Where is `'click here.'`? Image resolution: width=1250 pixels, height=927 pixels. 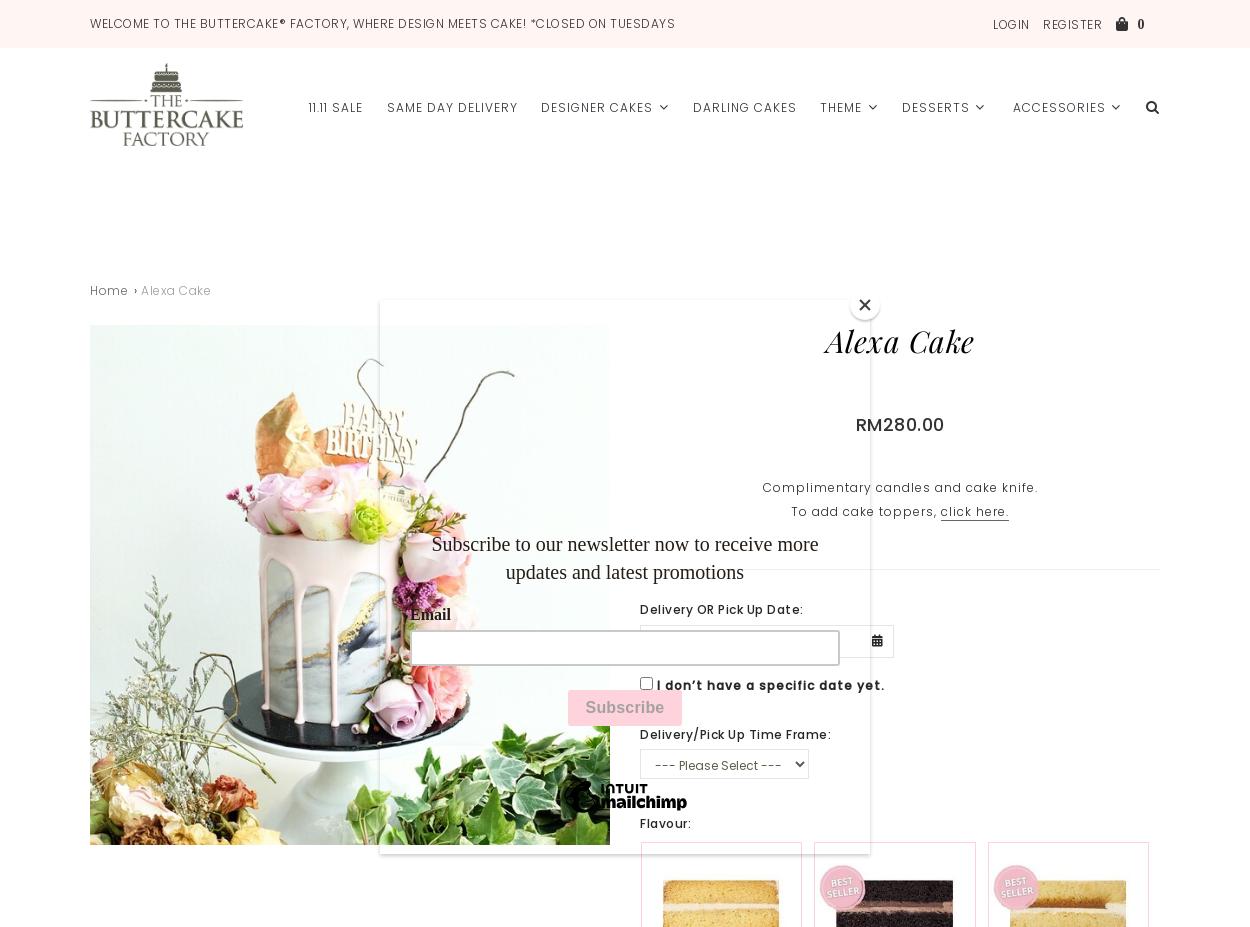
'click here.' is located at coordinates (974, 511).